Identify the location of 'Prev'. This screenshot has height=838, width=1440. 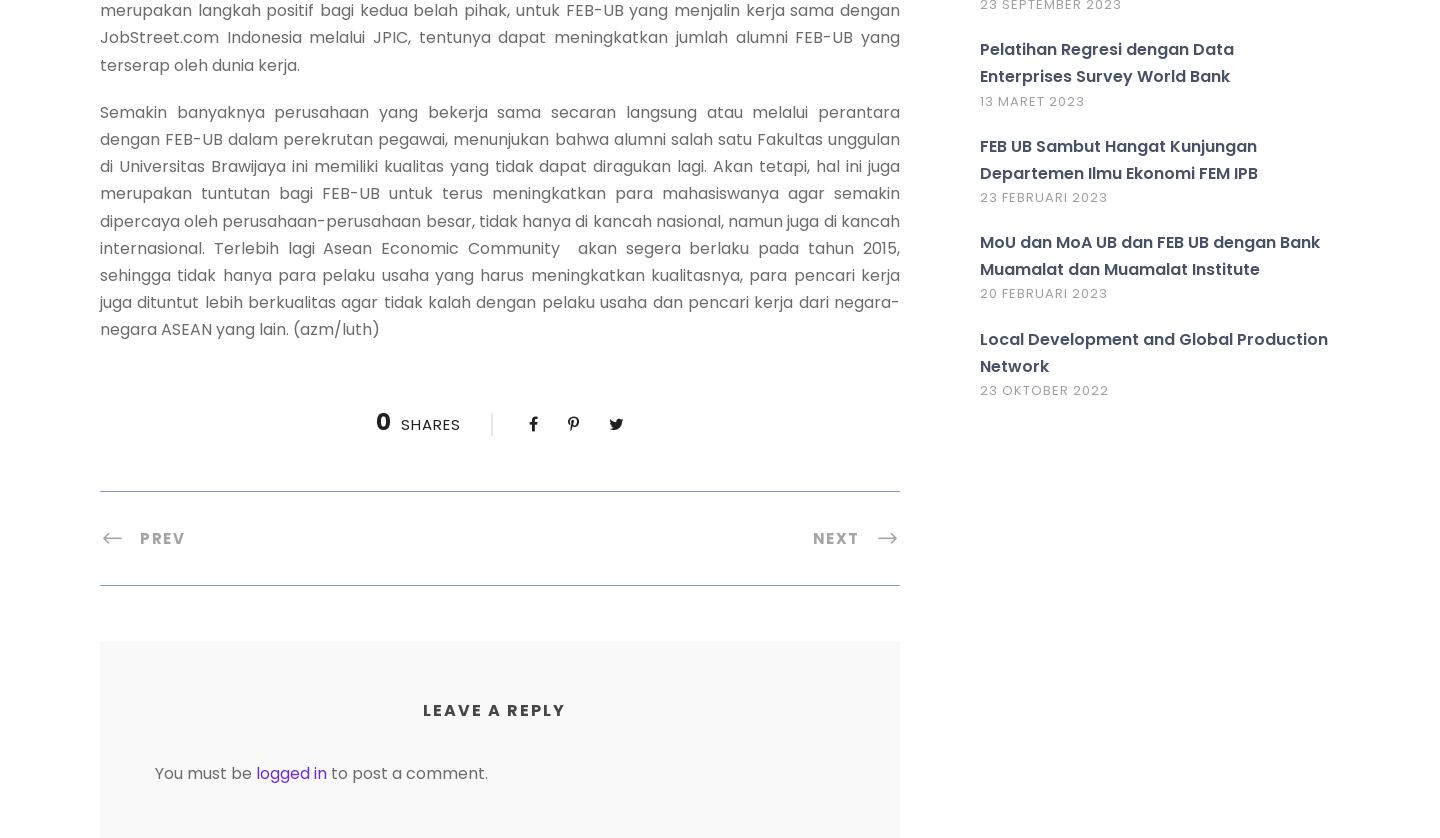
(161, 537).